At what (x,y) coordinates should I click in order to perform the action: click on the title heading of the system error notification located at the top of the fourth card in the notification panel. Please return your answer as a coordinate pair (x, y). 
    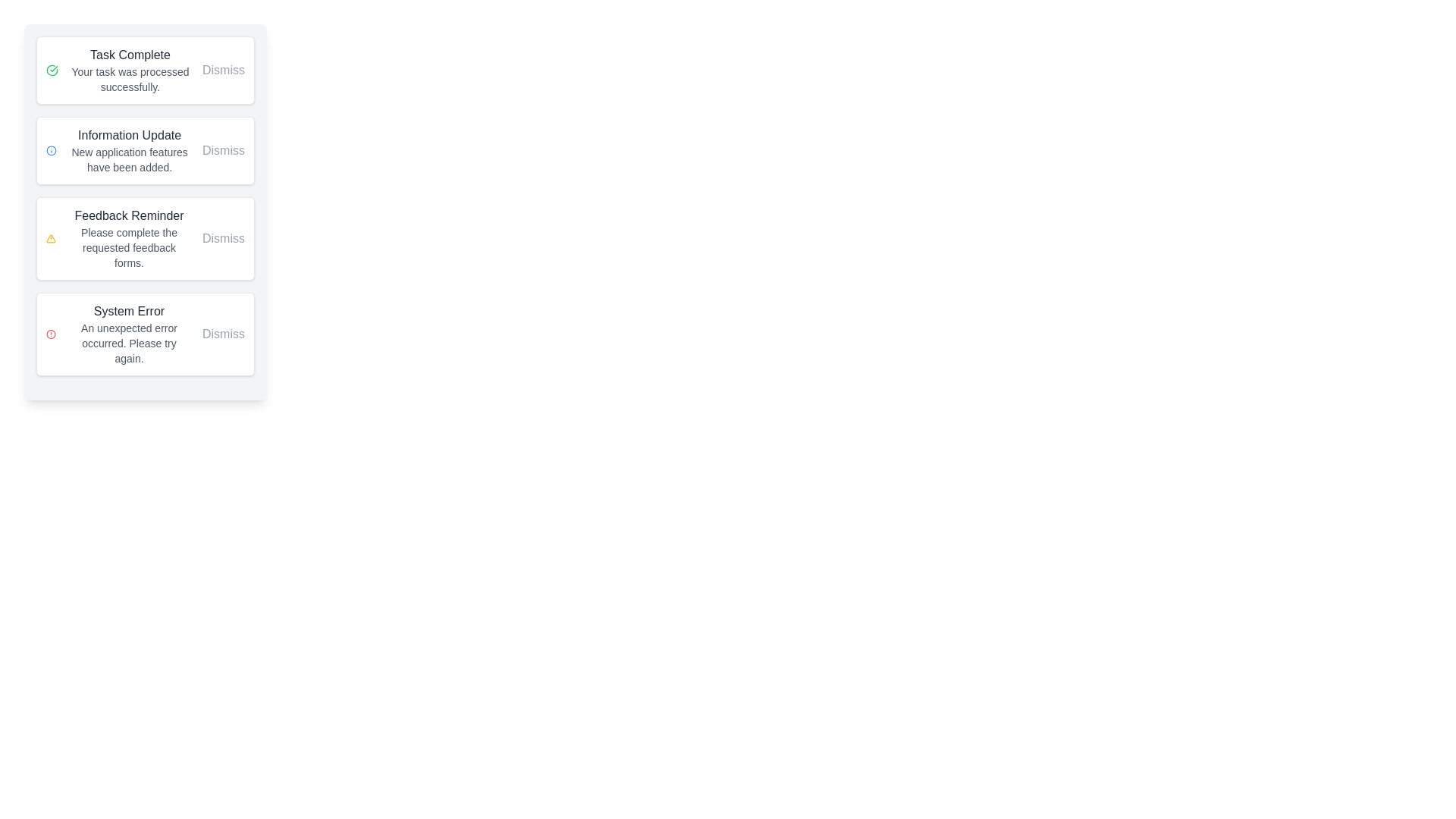
    Looking at the image, I should click on (129, 311).